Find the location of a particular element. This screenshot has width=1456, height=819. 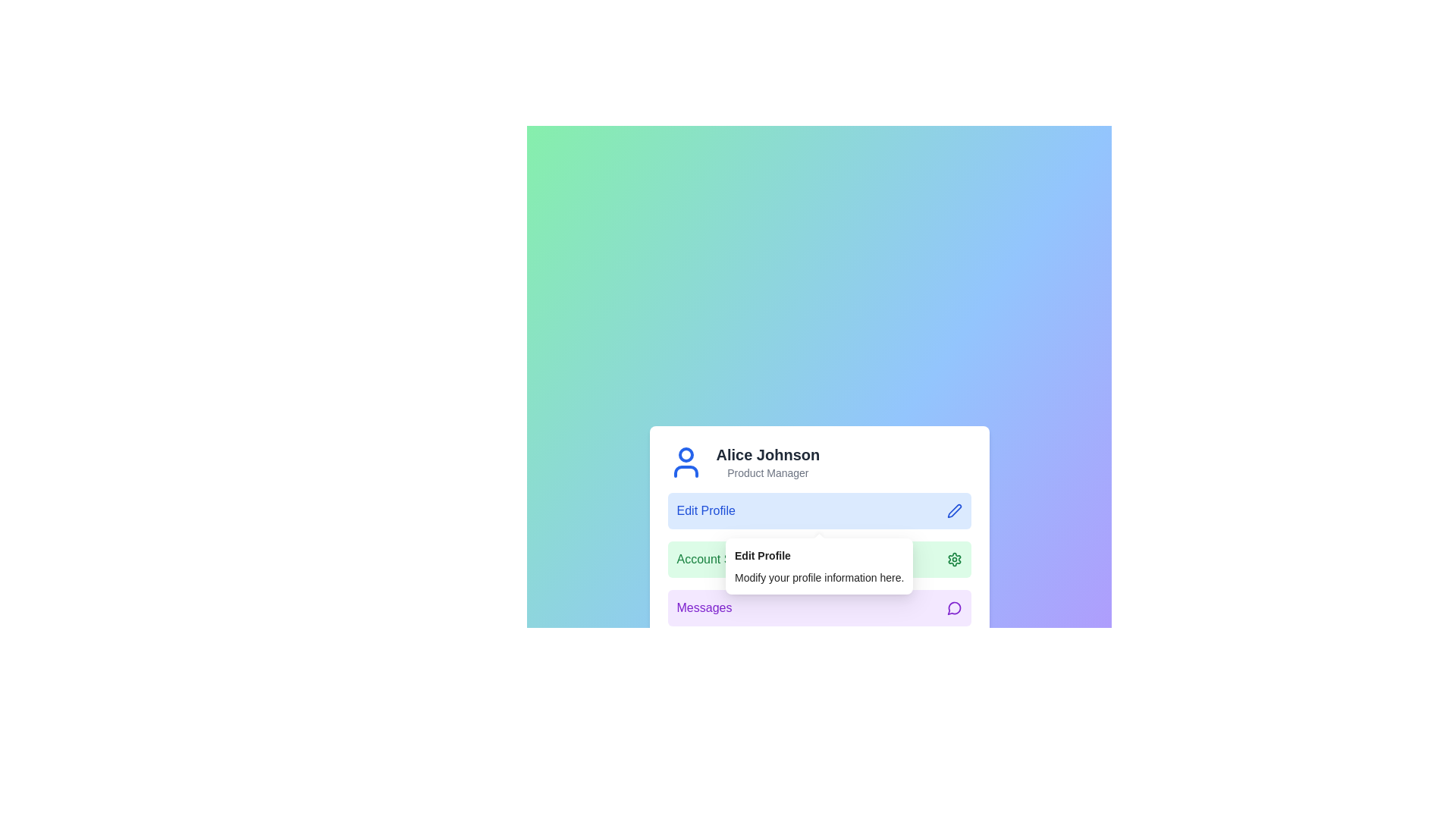

the edit profile button located within the card section titled 'Alice Johnson', which is directly above 'Account Settings' and 'Messages' is located at coordinates (818, 511).